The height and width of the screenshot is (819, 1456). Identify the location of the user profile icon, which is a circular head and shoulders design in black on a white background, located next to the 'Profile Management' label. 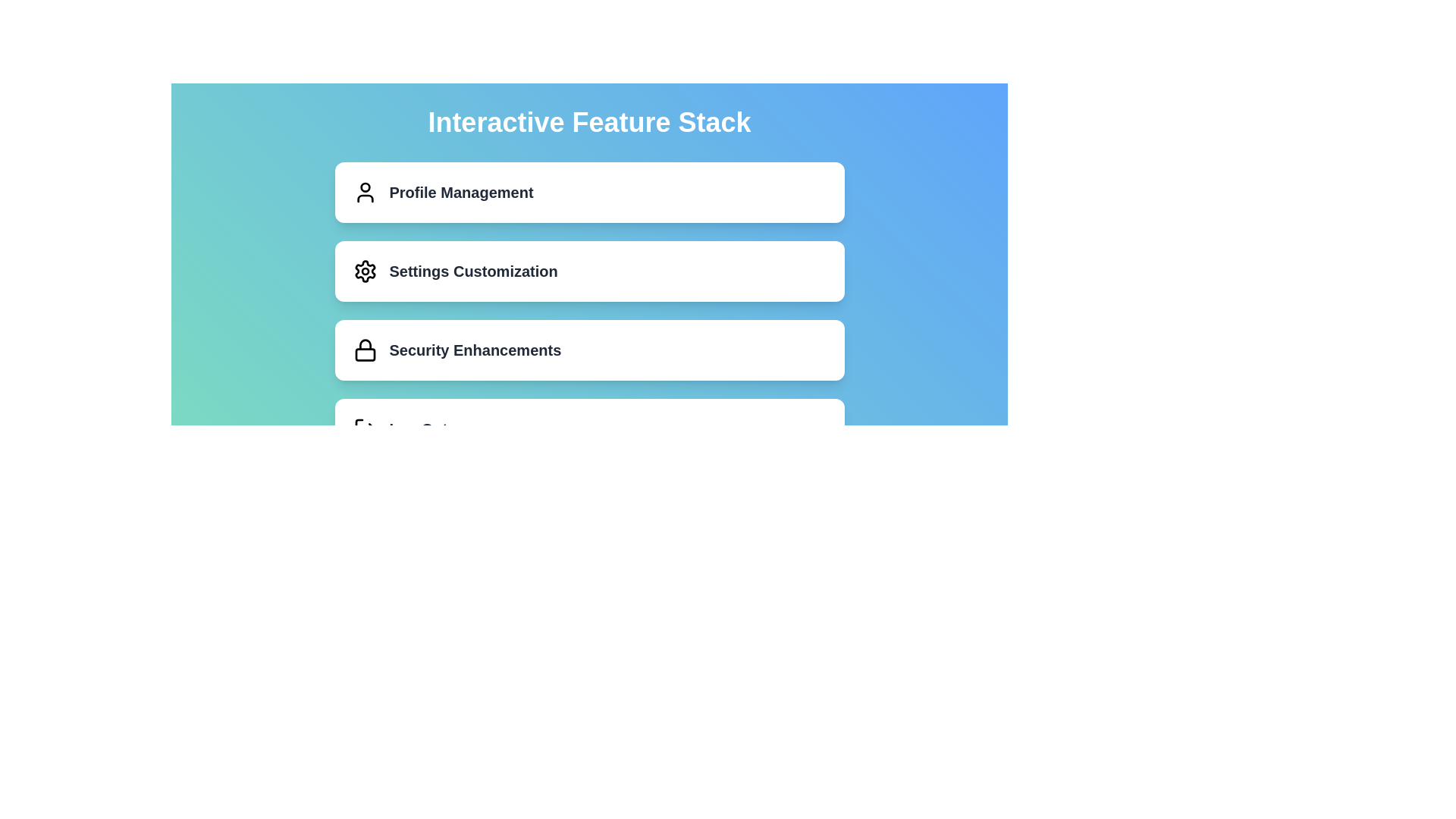
(365, 192).